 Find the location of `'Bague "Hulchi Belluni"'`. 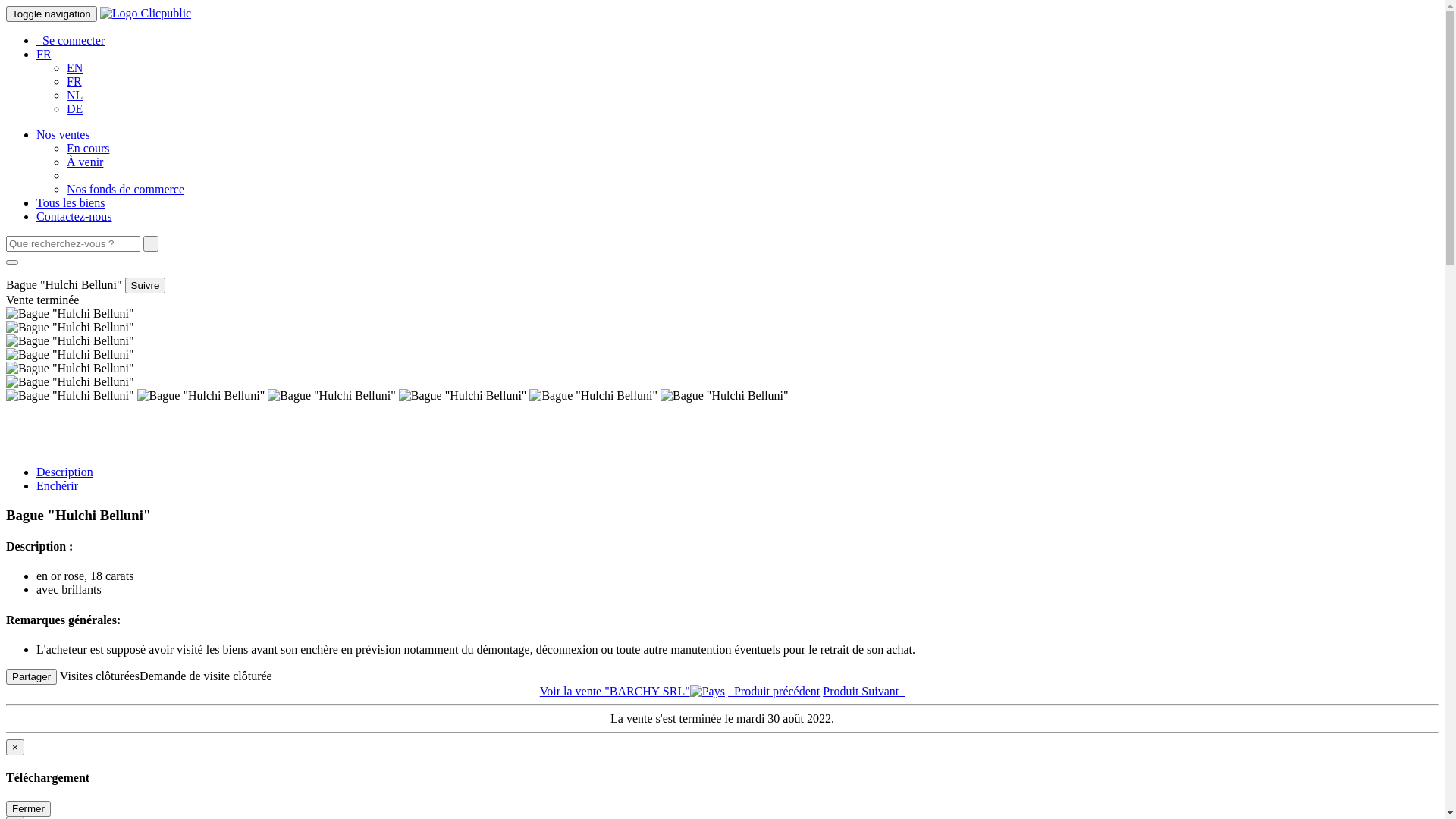

'Bague "Hulchi Belluni"' is located at coordinates (723, 394).